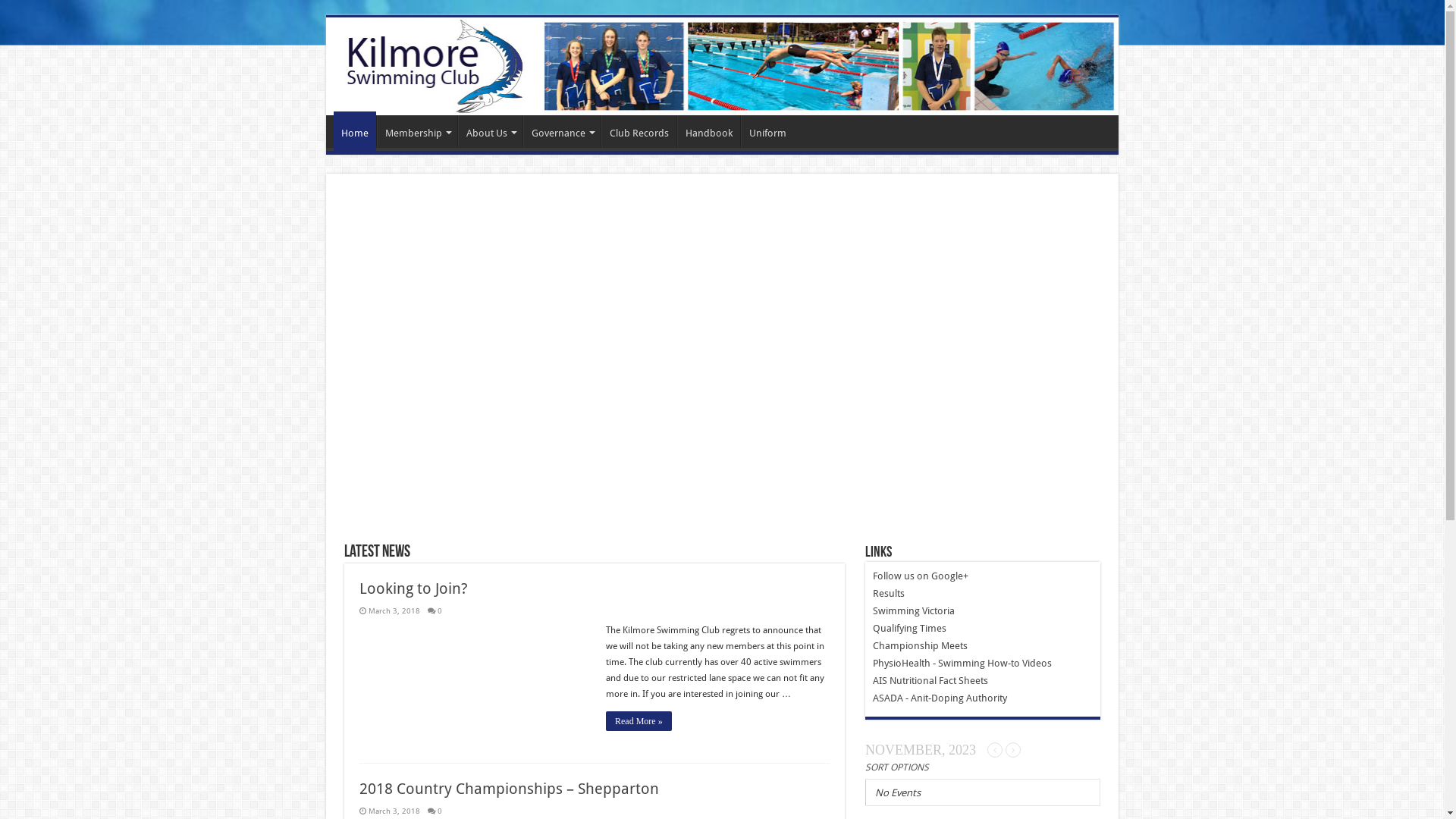 This screenshot has height=819, width=1456. Describe the element at coordinates (767, 130) in the screenshot. I see `'Uniform'` at that location.